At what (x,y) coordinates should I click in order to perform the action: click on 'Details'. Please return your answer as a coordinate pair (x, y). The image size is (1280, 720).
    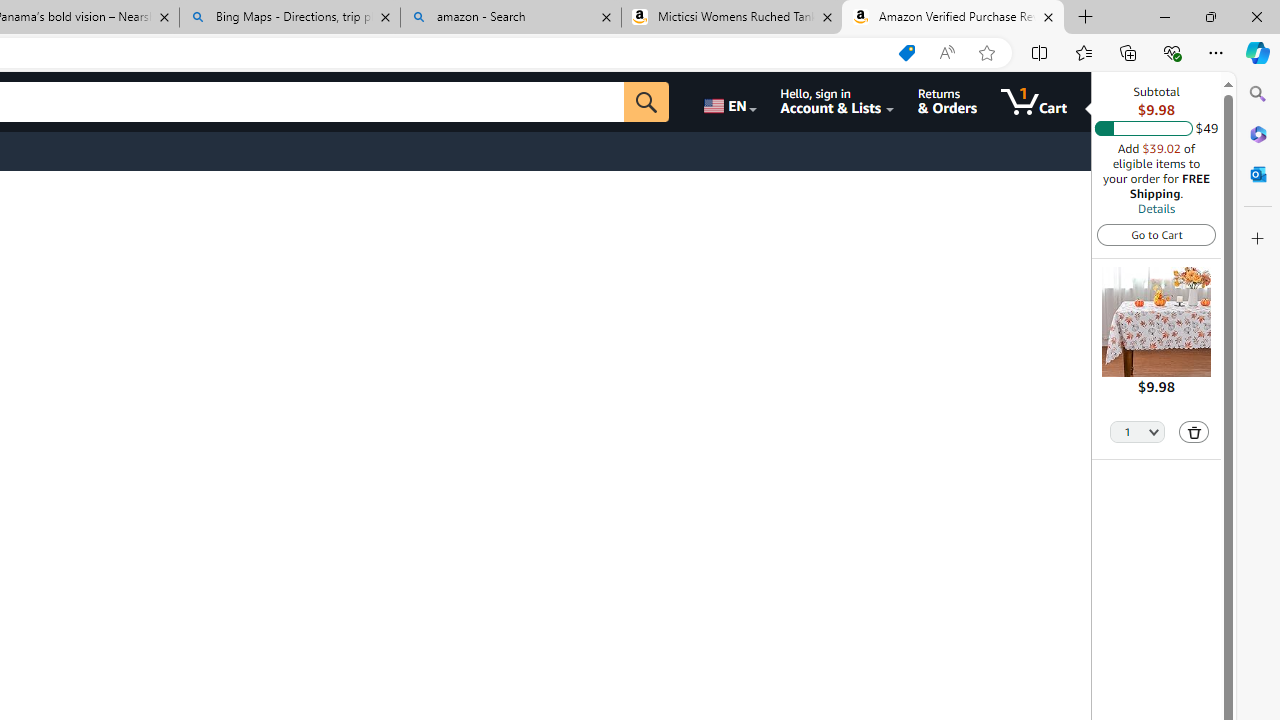
    Looking at the image, I should click on (1156, 208).